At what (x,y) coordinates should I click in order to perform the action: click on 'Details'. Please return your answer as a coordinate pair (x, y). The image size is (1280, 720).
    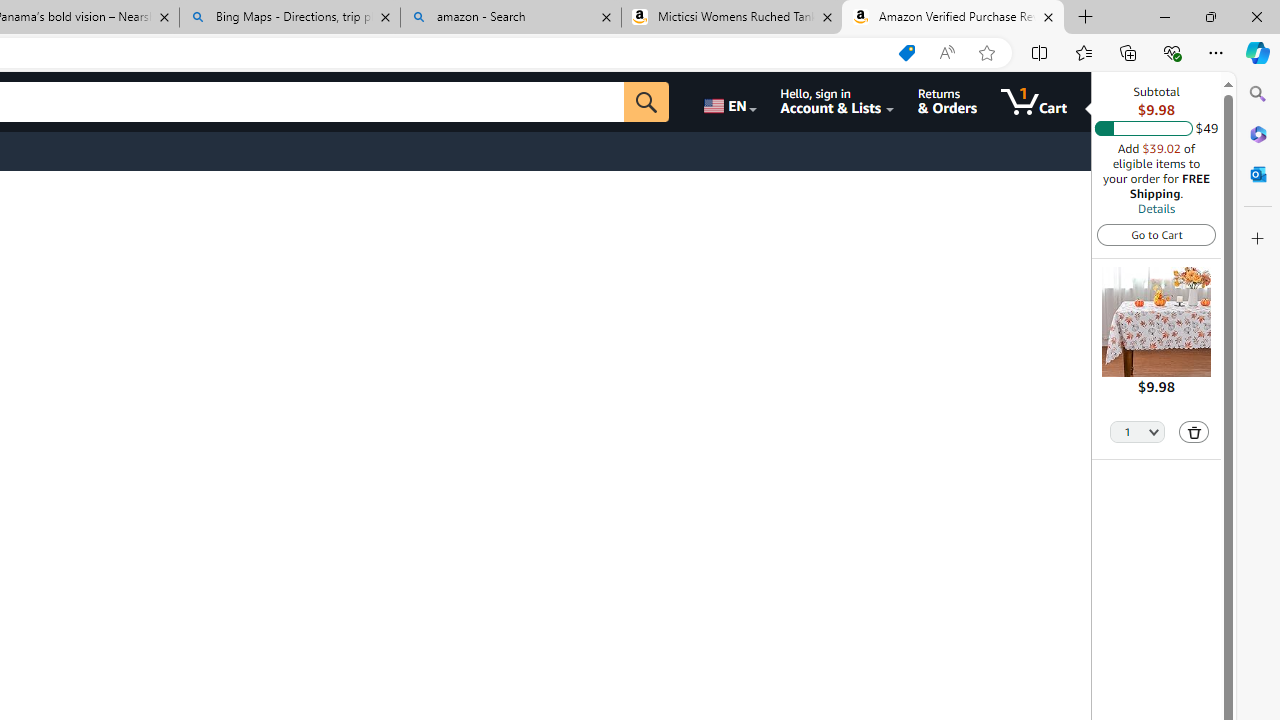
    Looking at the image, I should click on (1156, 208).